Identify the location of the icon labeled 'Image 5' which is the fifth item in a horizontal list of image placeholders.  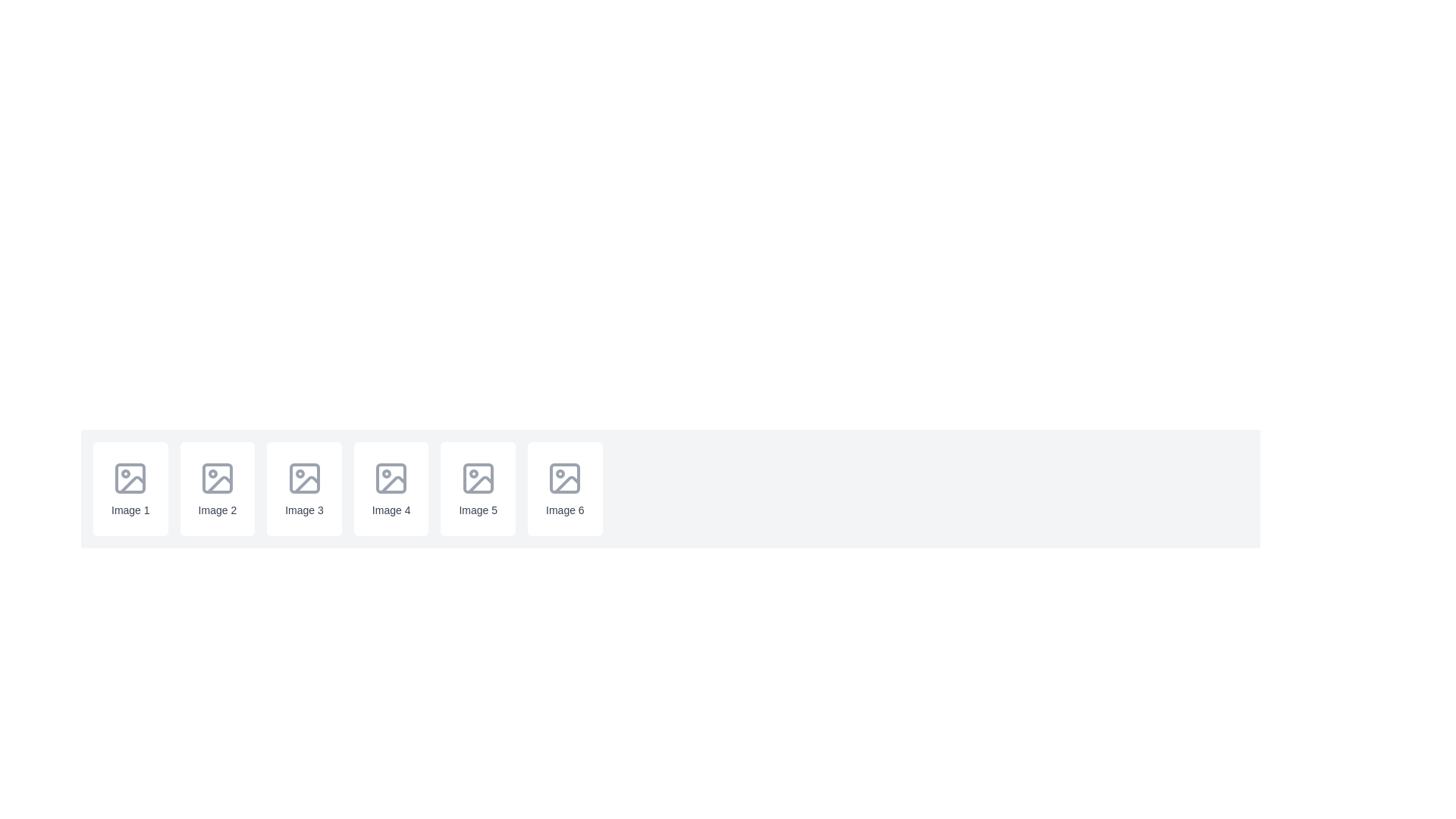
(477, 488).